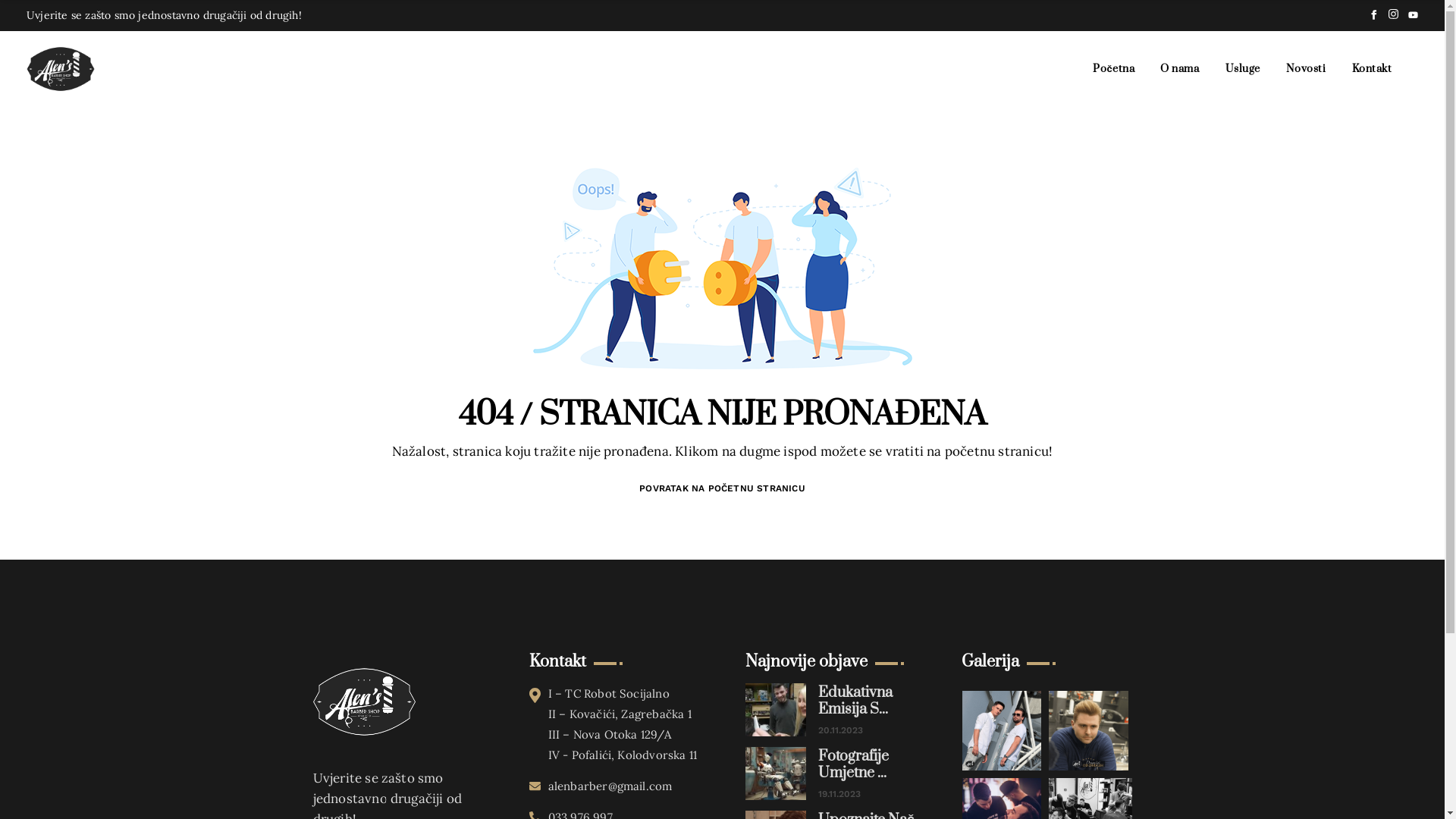  I want to click on 'Kontakt', so click(1372, 69).